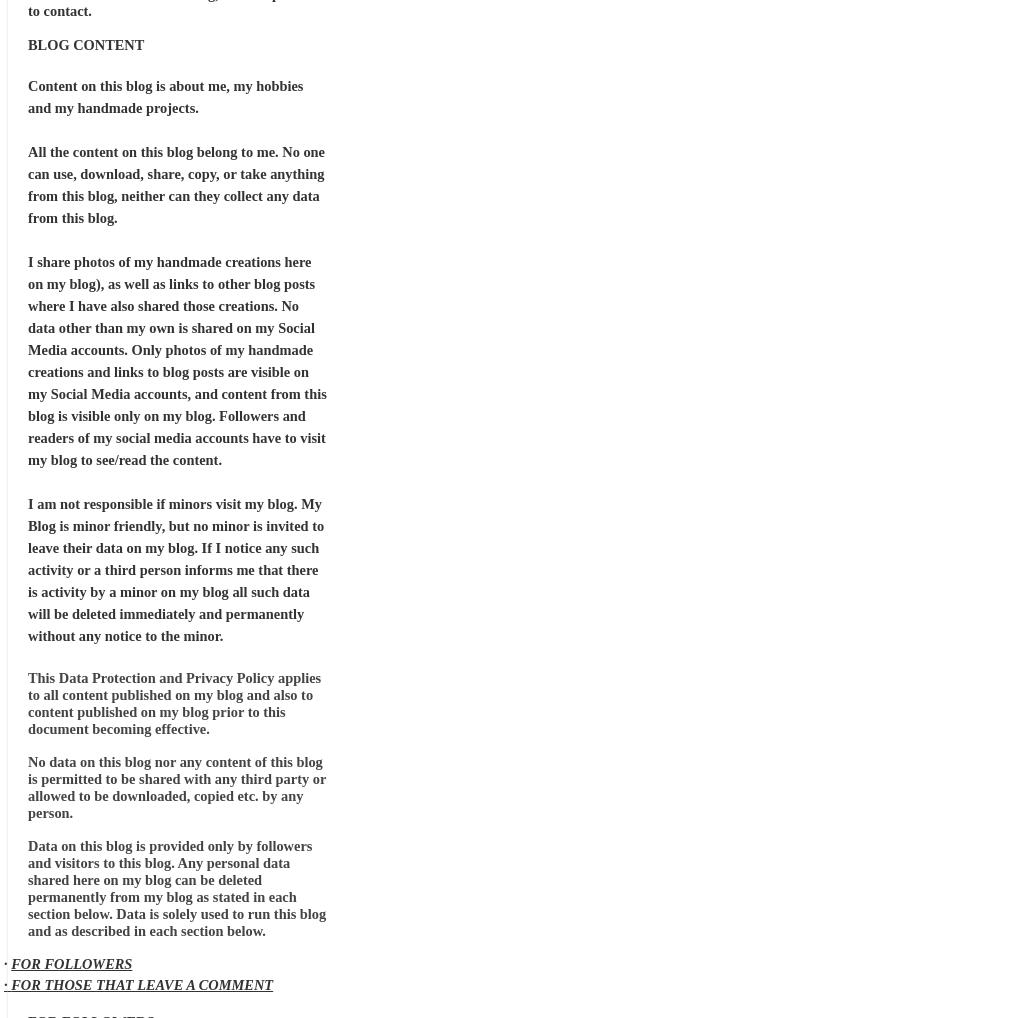 Image resolution: width=1028 pixels, height=1018 pixels. Describe the element at coordinates (177, 888) in the screenshot. I see `'Data on this blog is provided only by followers and visitors to this blog.  Any personal data shared here on my blog can be deleted permanently from my blog as stated in each section below.  Data is solely used to run this blog and as described in each section below.'` at that location.